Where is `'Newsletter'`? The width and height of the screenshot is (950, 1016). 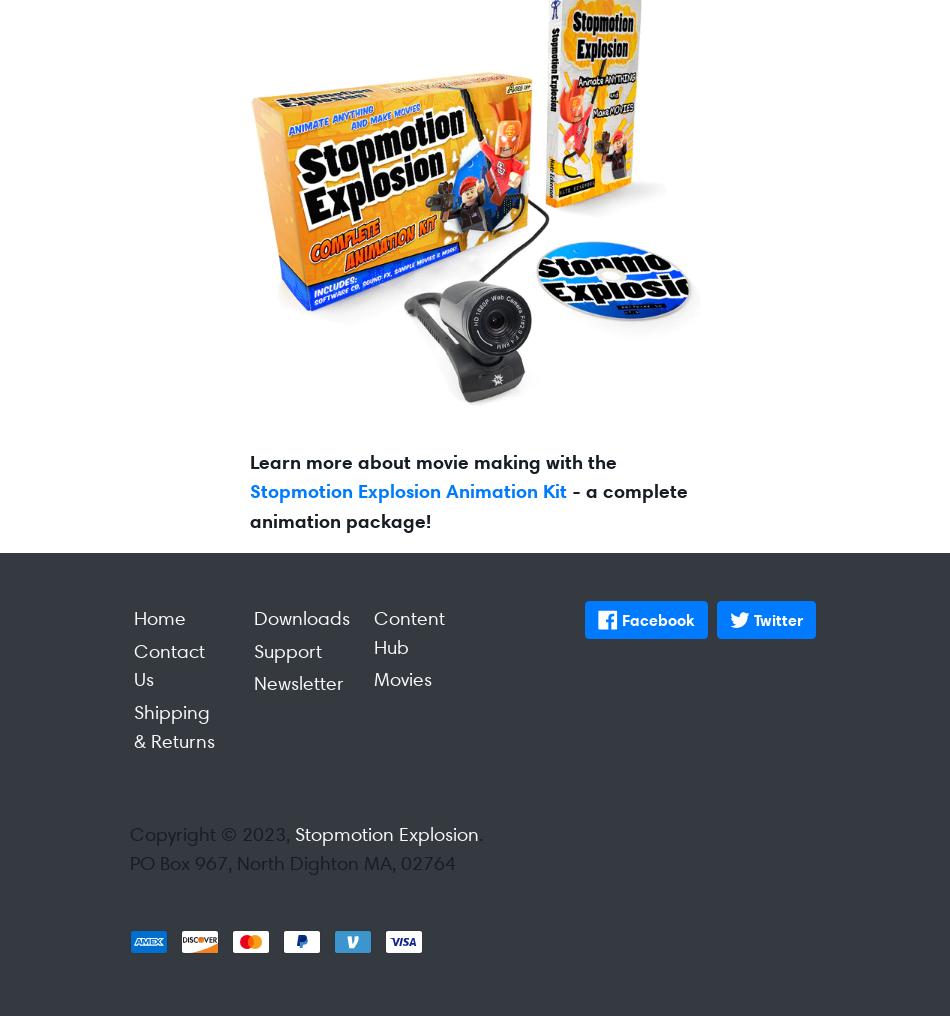
'Newsletter' is located at coordinates (297, 682).